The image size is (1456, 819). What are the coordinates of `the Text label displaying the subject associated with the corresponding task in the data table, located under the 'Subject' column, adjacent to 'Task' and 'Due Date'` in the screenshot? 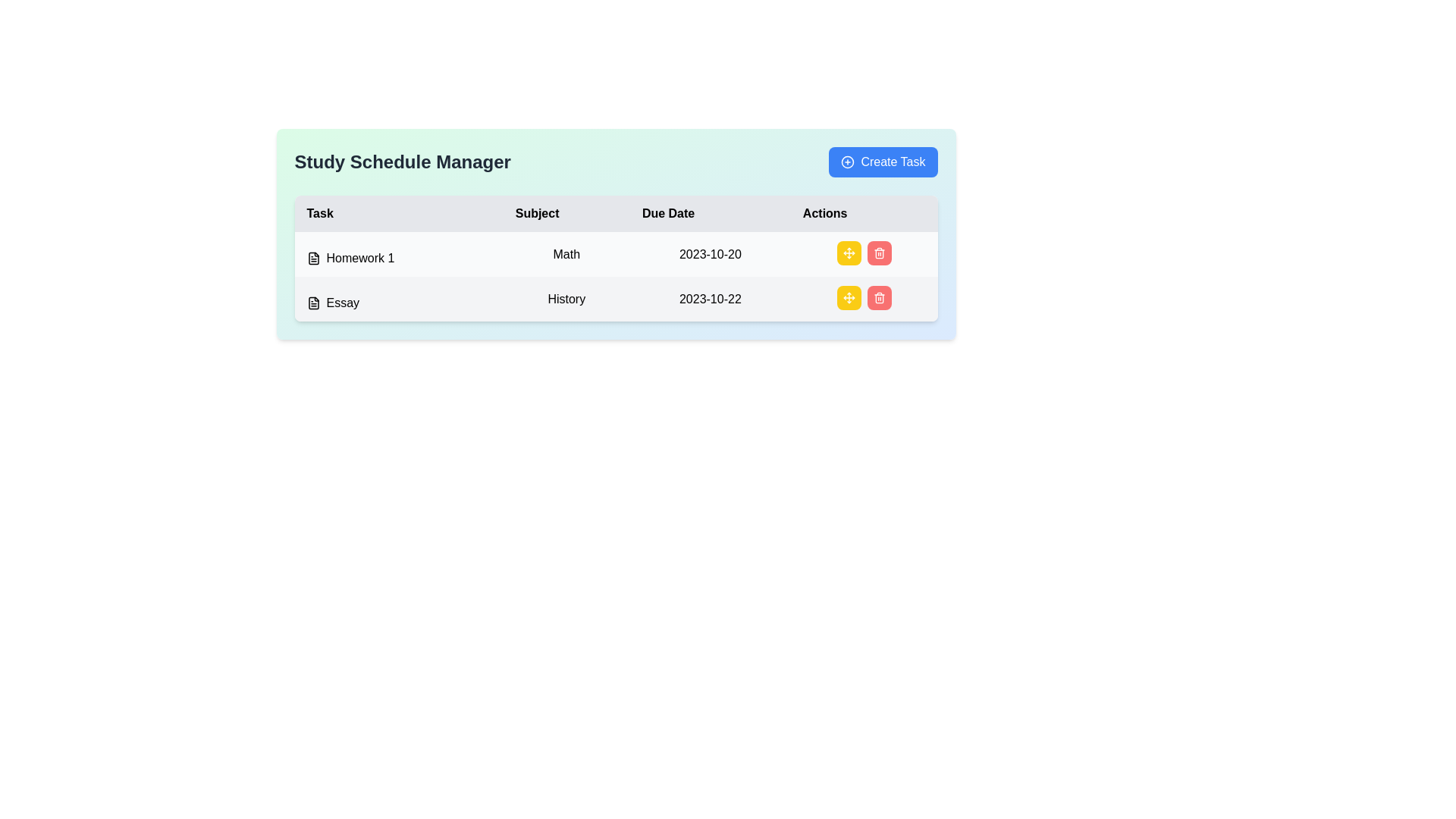 It's located at (566, 253).